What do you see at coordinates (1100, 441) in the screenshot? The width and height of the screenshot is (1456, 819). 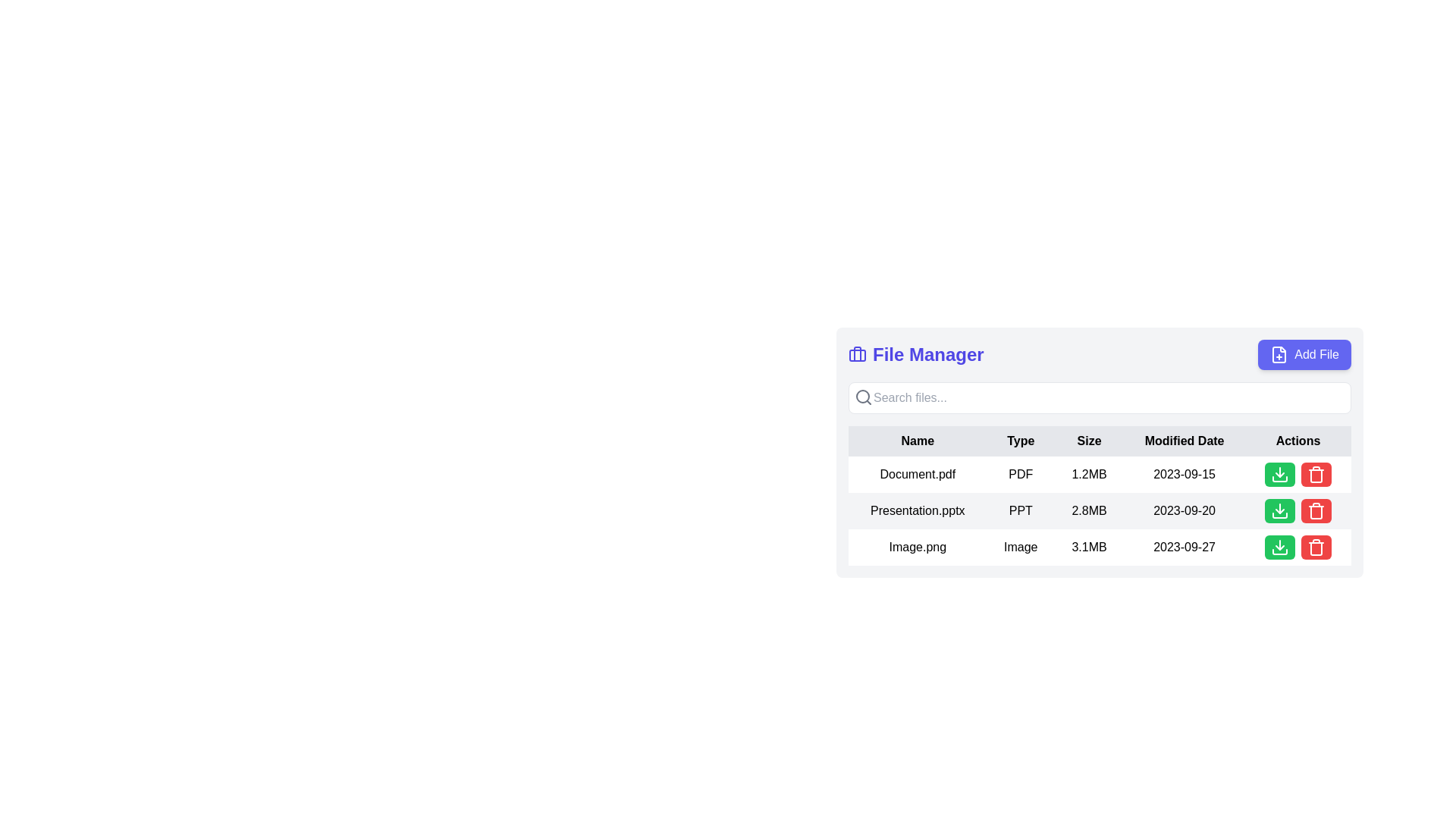 I see `the table header that contains the columns labeled 'Name', 'Type', 'Size', 'Modified Date', and 'Actions' with a gray background` at bounding box center [1100, 441].